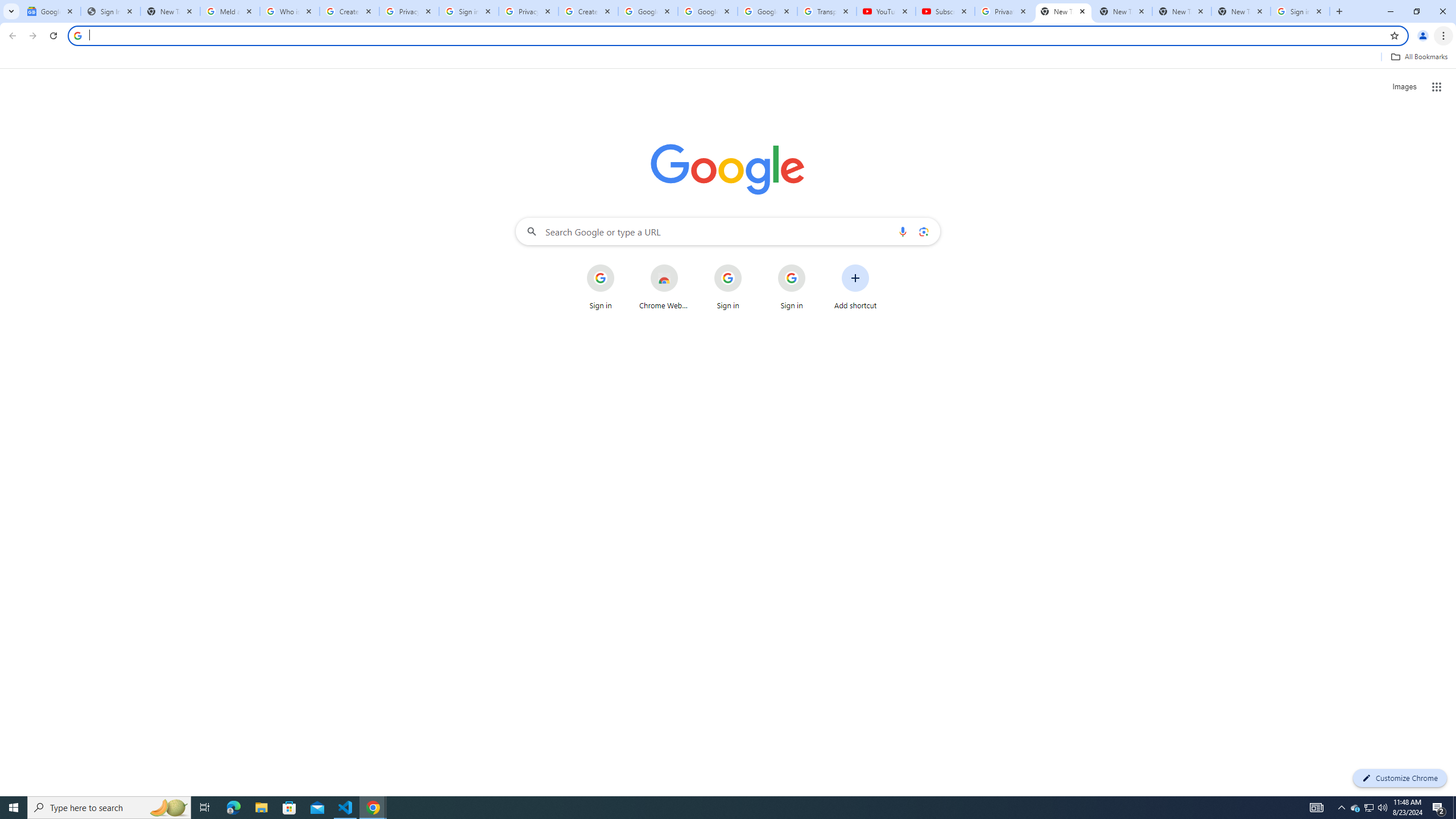 The height and width of the screenshot is (819, 1456). I want to click on 'Create your Google Account', so click(588, 11).